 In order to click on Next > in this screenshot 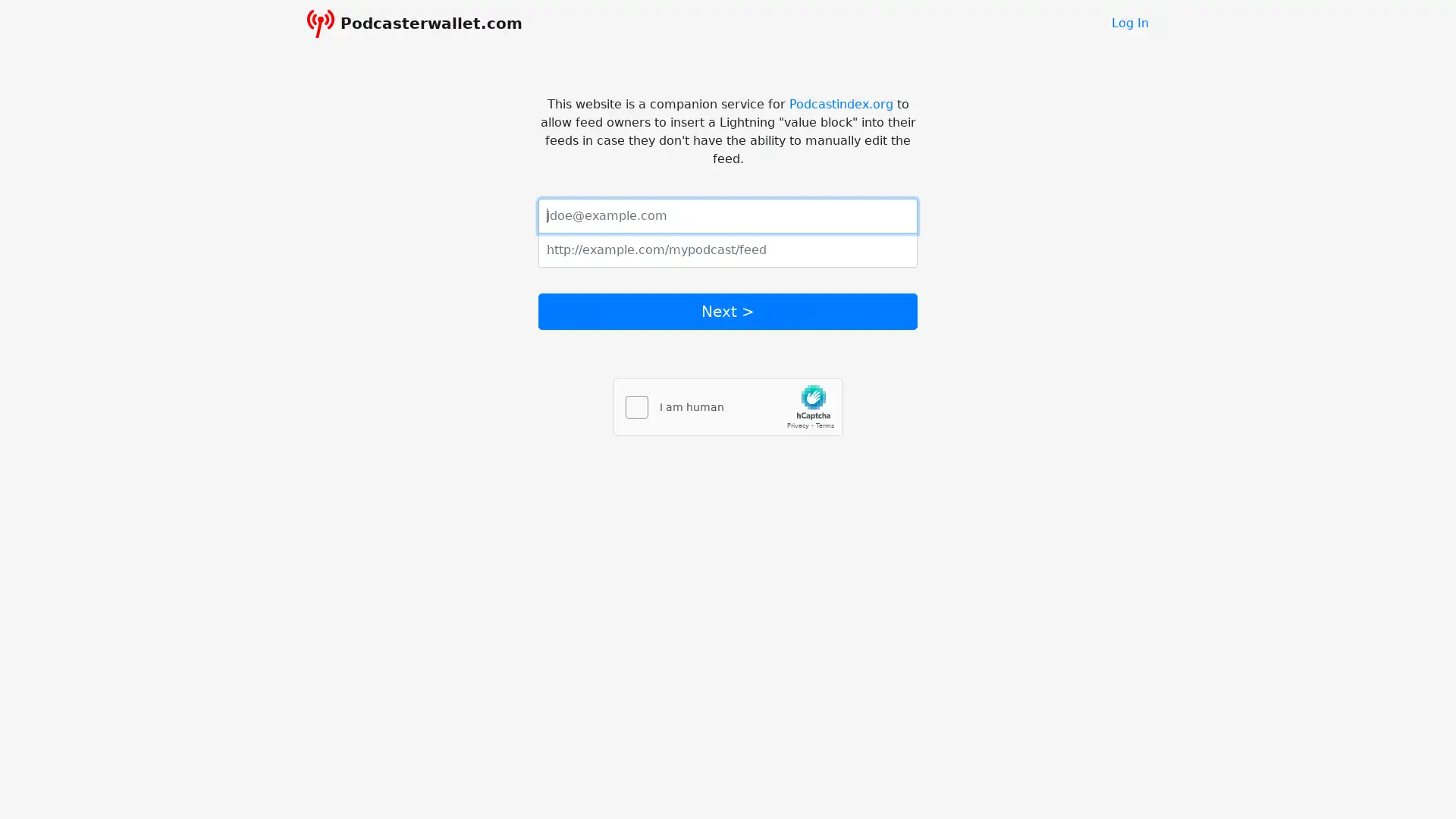, I will do `click(728, 309)`.